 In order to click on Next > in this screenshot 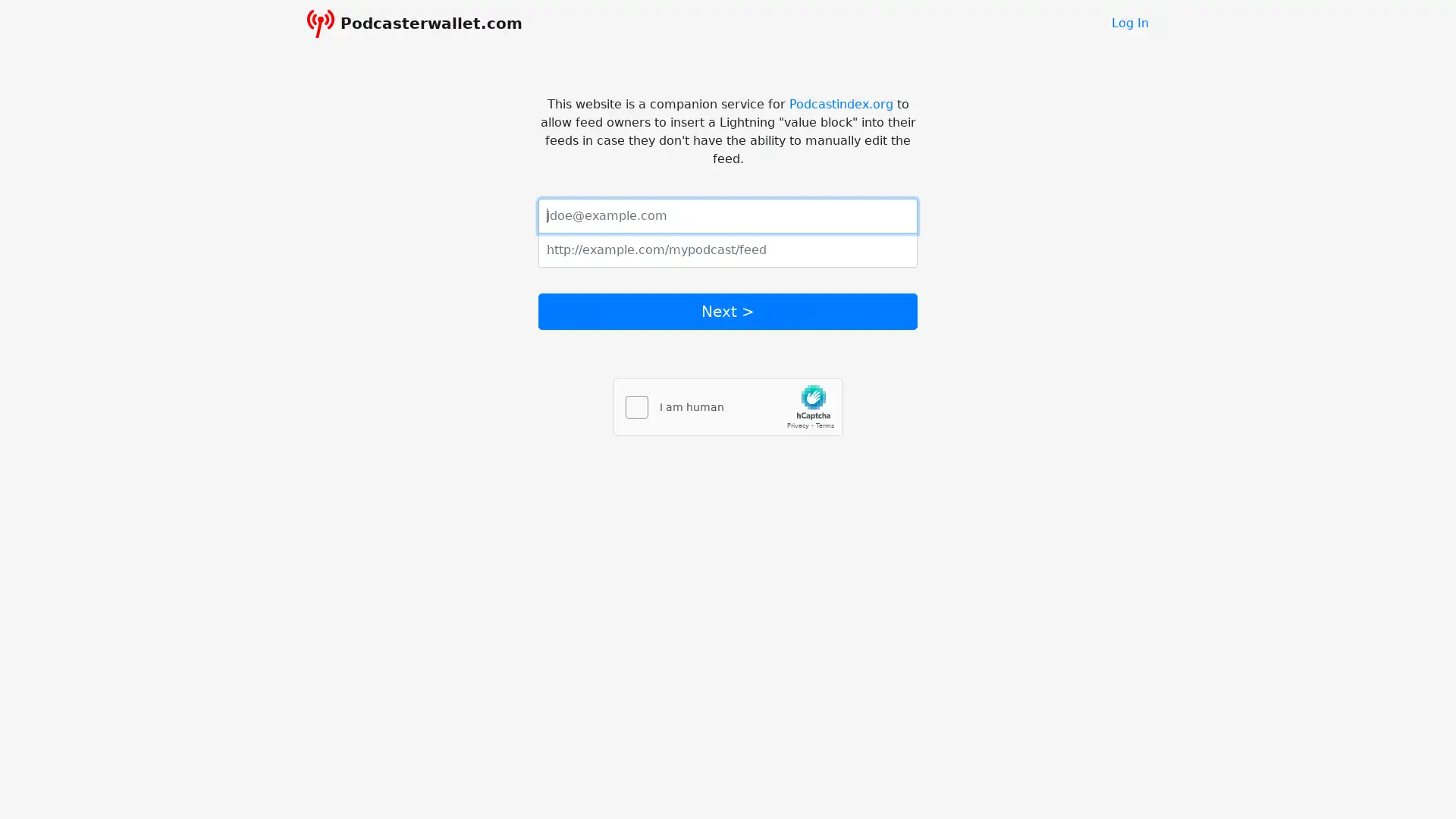, I will do `click(728, 309)`.